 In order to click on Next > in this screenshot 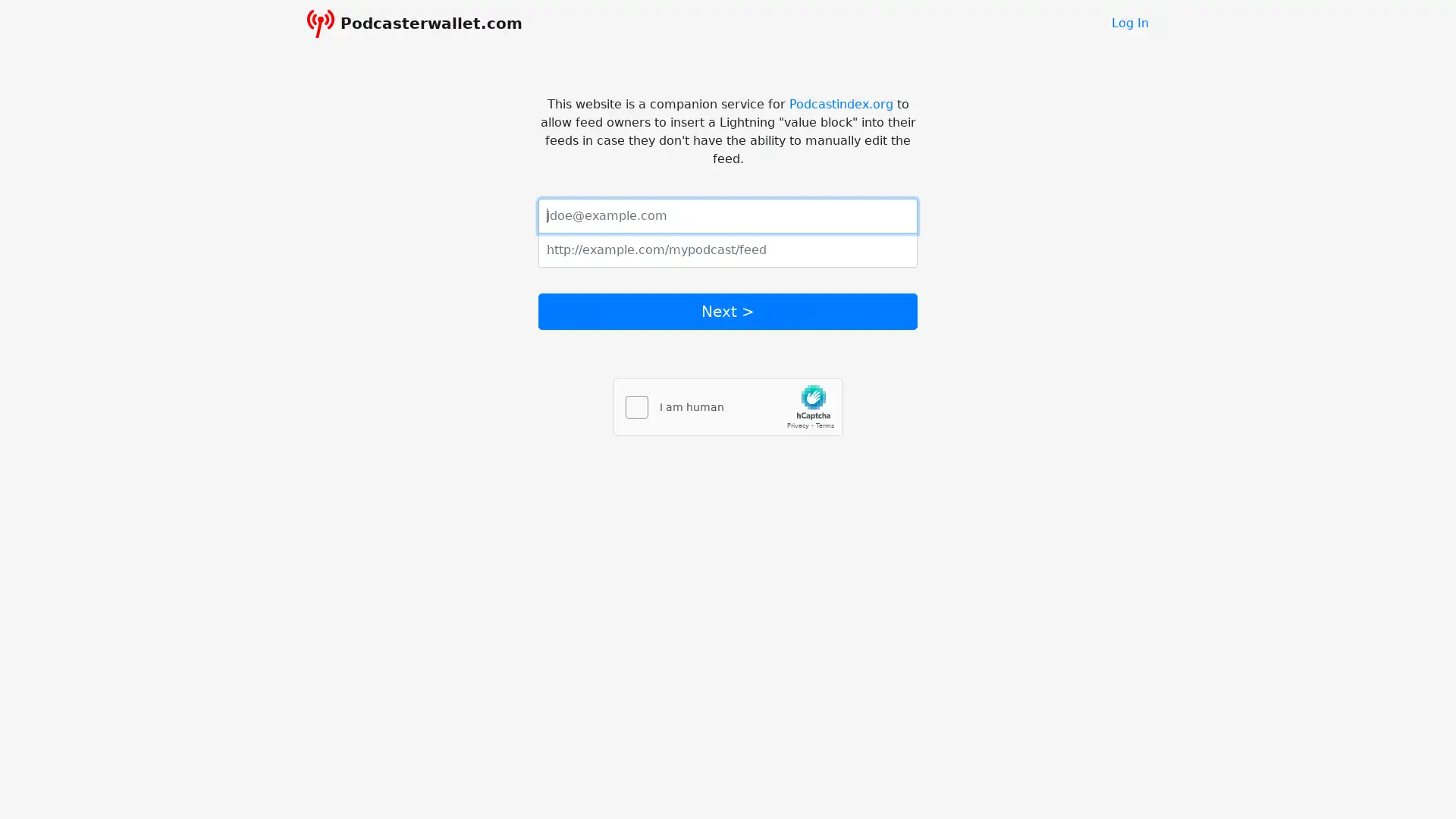, I will do `click(728, 309)`.